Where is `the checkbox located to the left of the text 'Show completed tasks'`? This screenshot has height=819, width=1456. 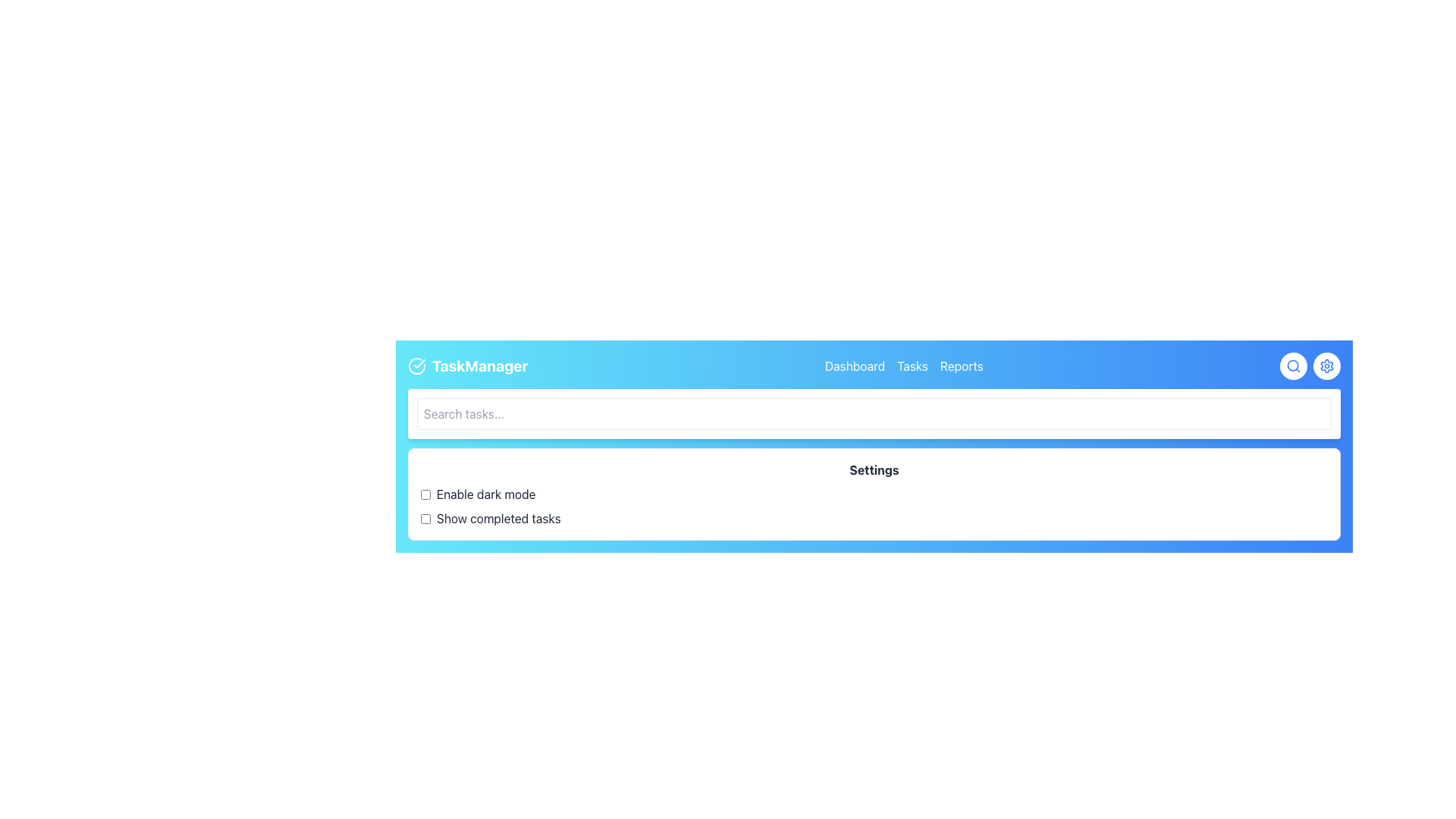
the checkbox located to the left of the text 'Show completed tasks' is located at coordinates (425, 517).